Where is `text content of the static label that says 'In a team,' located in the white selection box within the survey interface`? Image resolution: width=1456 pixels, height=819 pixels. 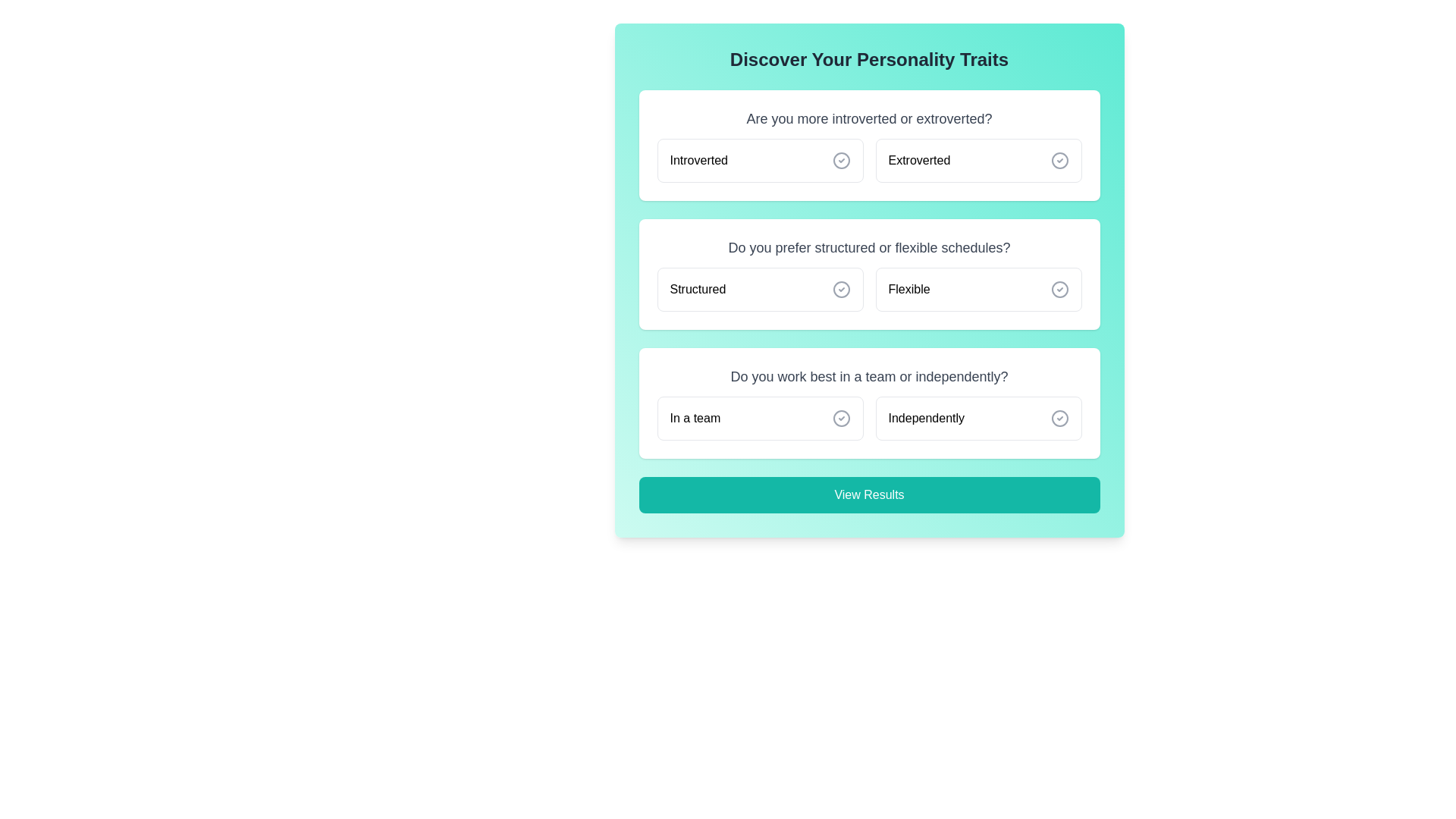
text content of the static label that says 'In a team,' located in the white selection box within the survey interface is located at coordinates (694, 418).